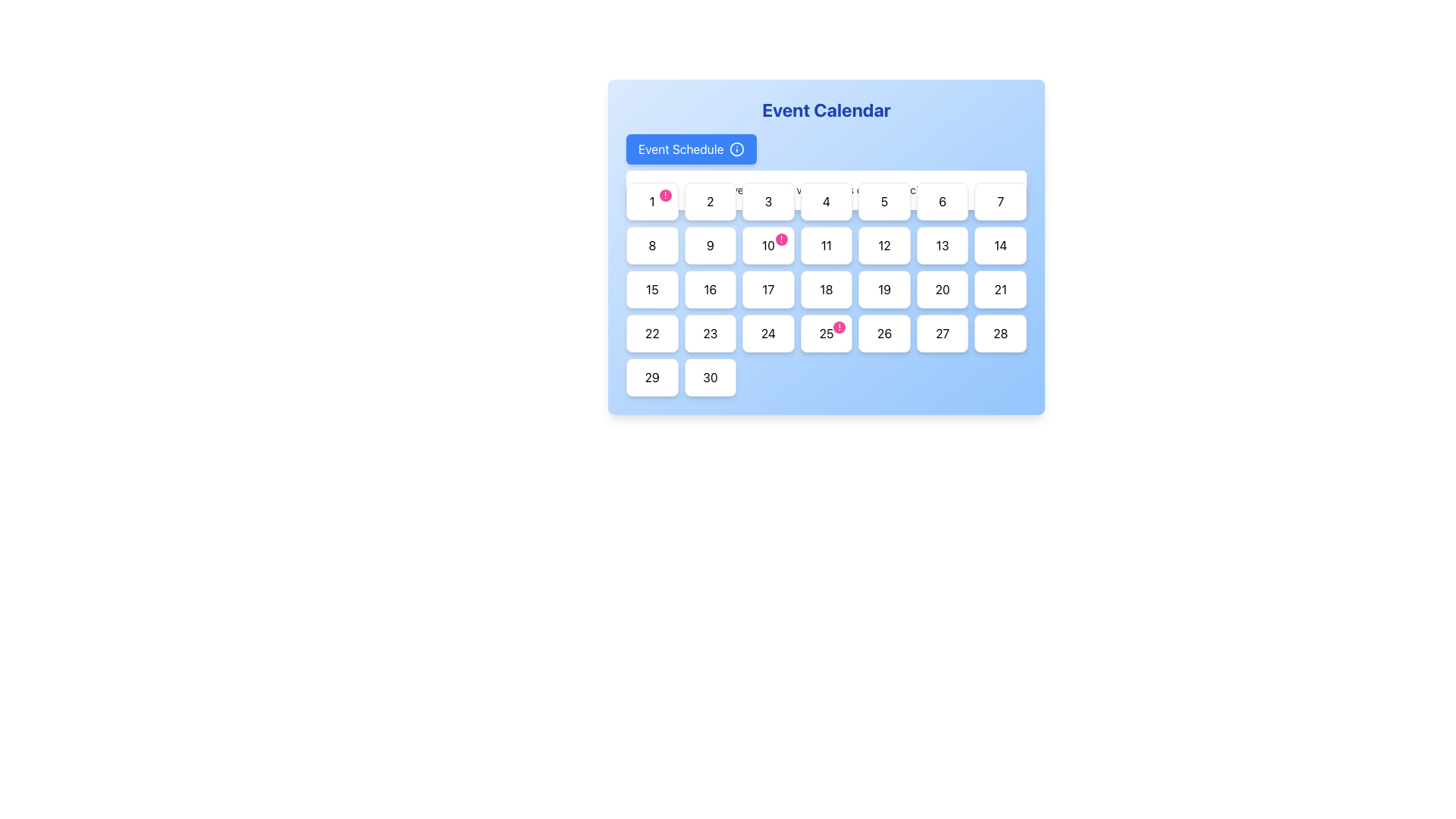 The width and height of the screenshot is (1456, 819). I want to click on the Calendar day tile located at row 3, column 3 of the calendar view, so click(825, 289).